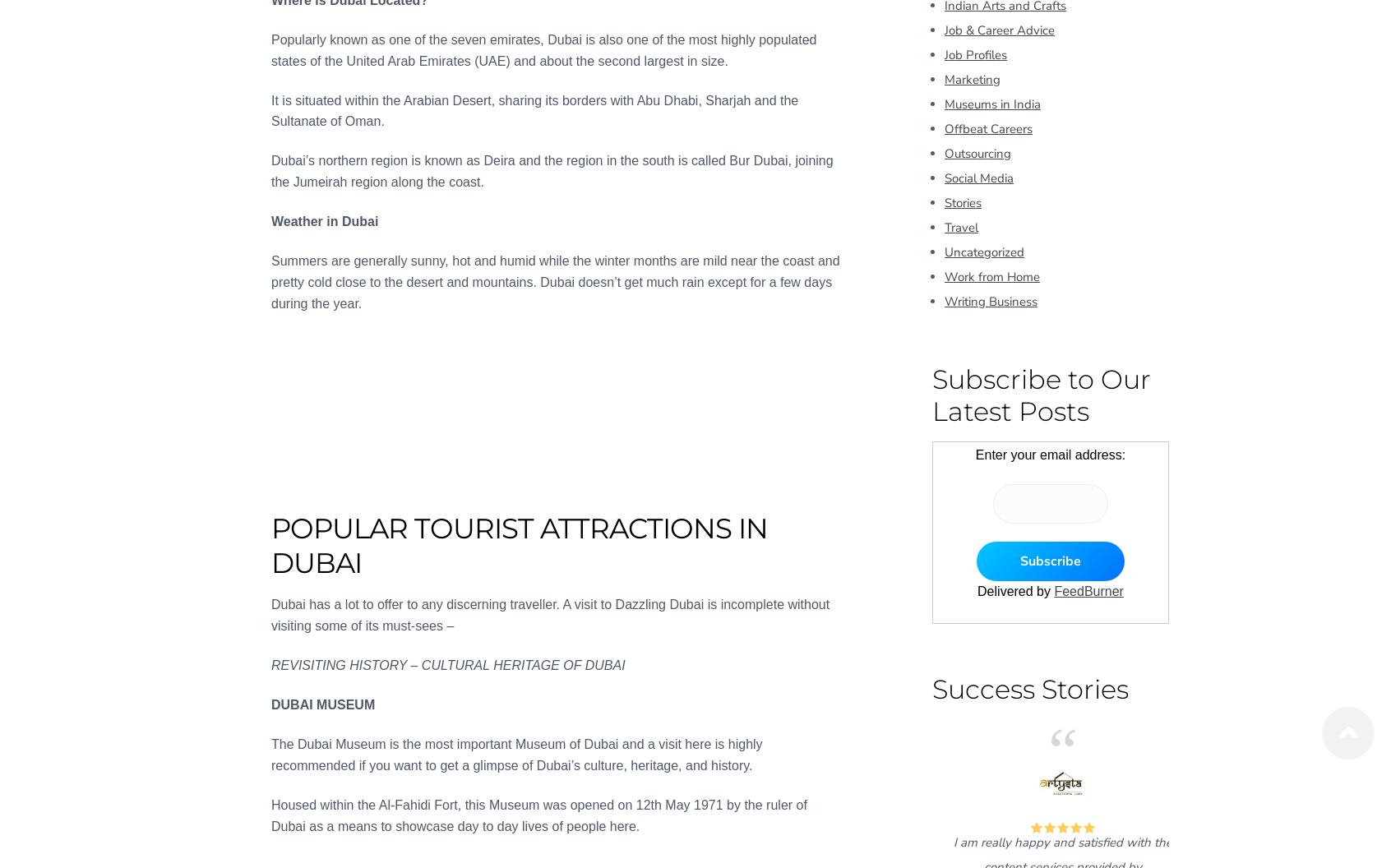 Image resolution: width=1391 pixels, height=868 pixels. What do you see at coordinates (270, 221) in the screenshot?
I see `'Weather in Dubai'` at bounding box center [270, 221].